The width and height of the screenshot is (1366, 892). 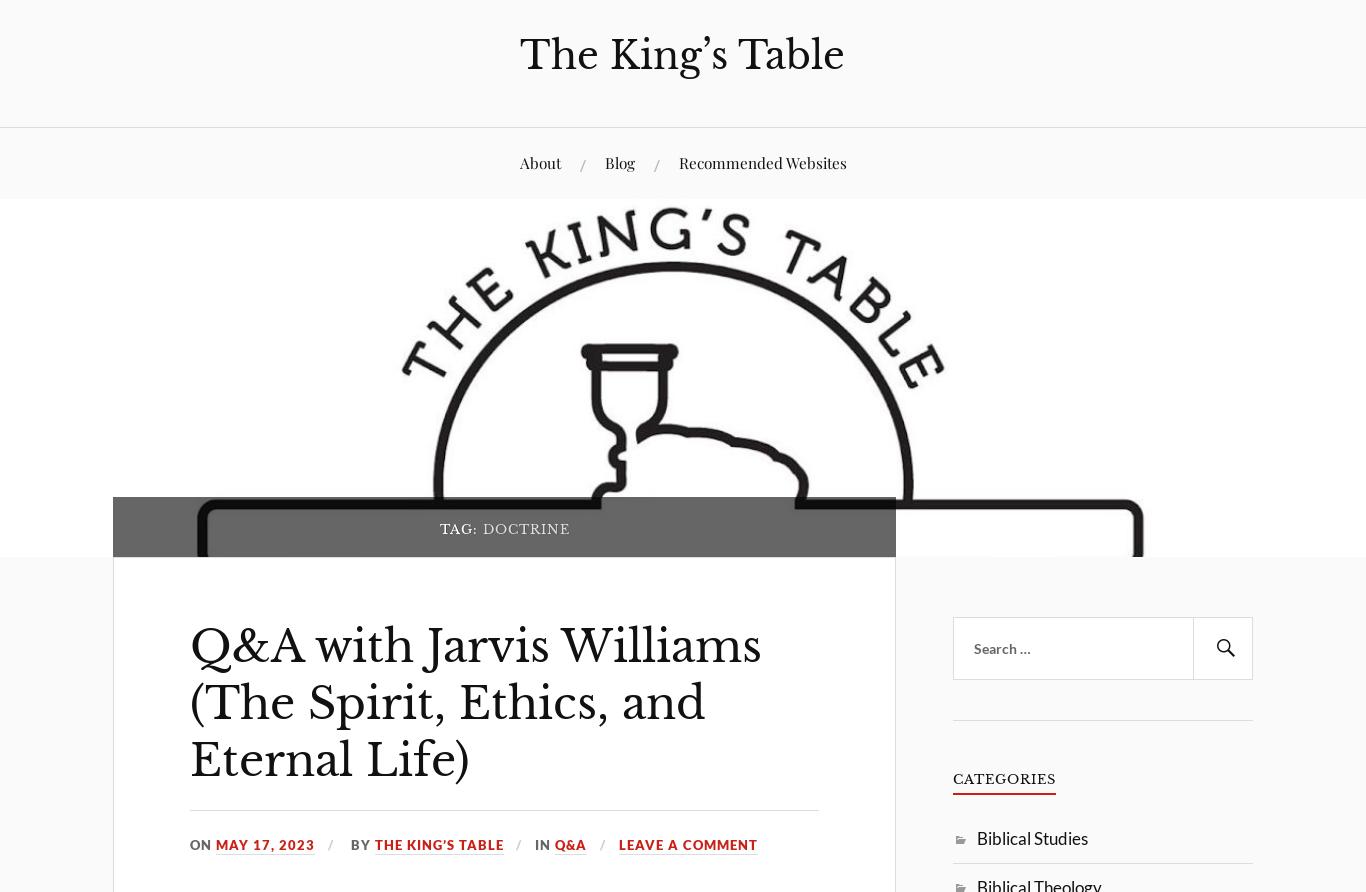 I want to click on 'Leave a comment', so click(x=687, y=843).